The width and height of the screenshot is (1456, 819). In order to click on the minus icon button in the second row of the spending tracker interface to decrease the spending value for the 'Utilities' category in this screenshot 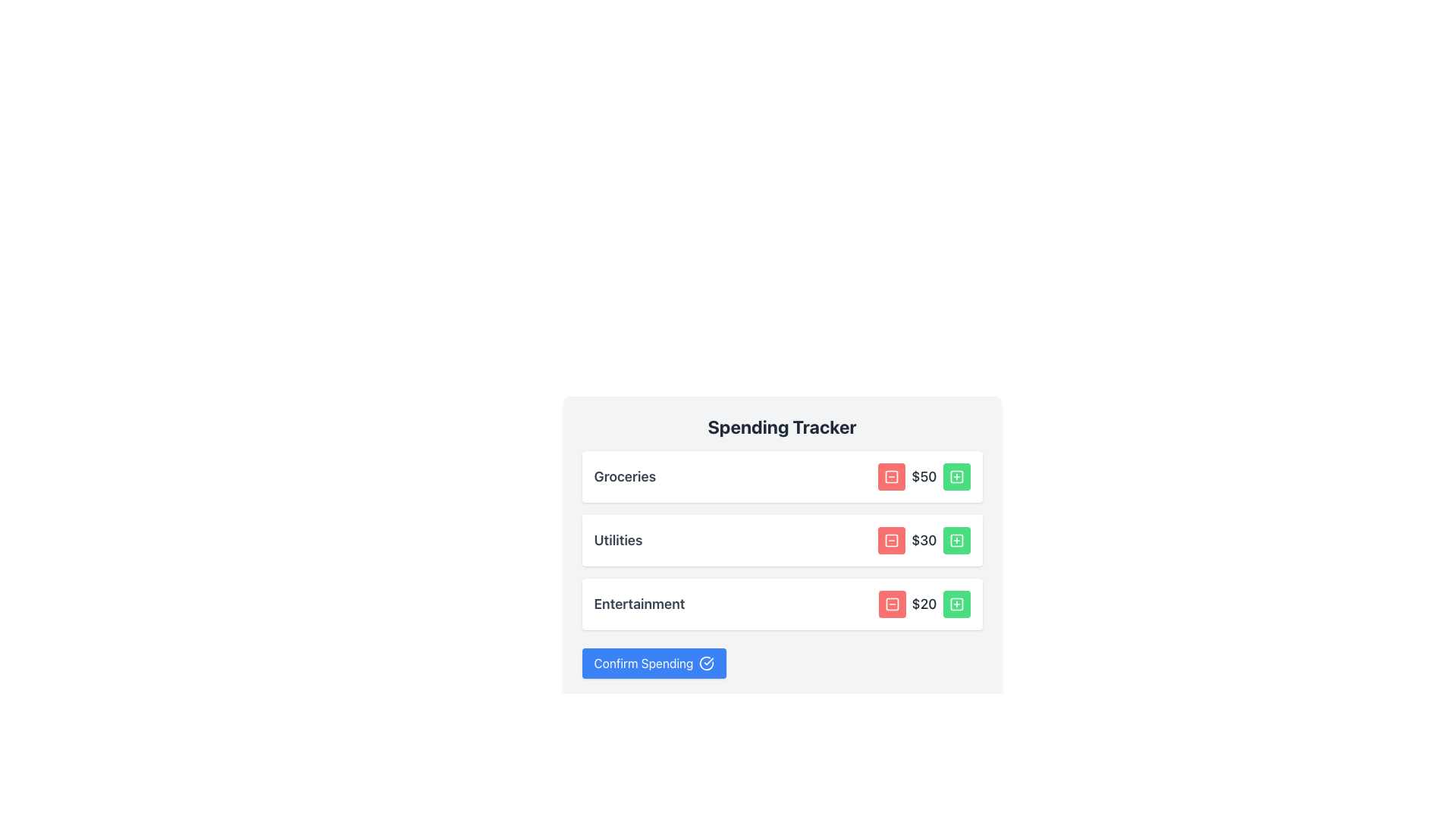, I will do `click(892, 540)`.